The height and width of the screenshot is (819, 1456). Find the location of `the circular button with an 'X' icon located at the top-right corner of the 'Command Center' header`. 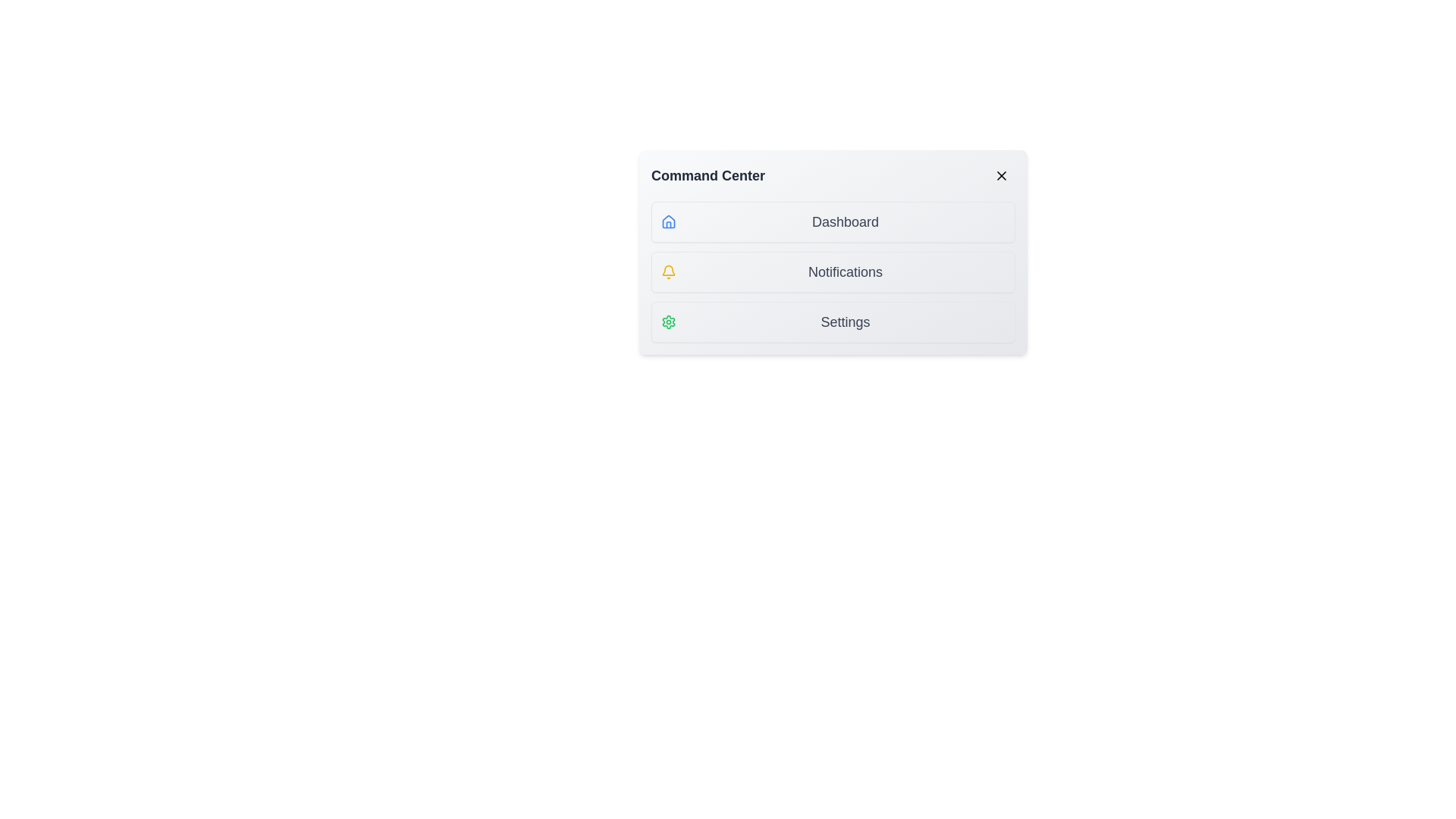

the circular button with an 'X' icon located at the top-right corner of the 'Command Center' header is located at coordinates (1001, 174).